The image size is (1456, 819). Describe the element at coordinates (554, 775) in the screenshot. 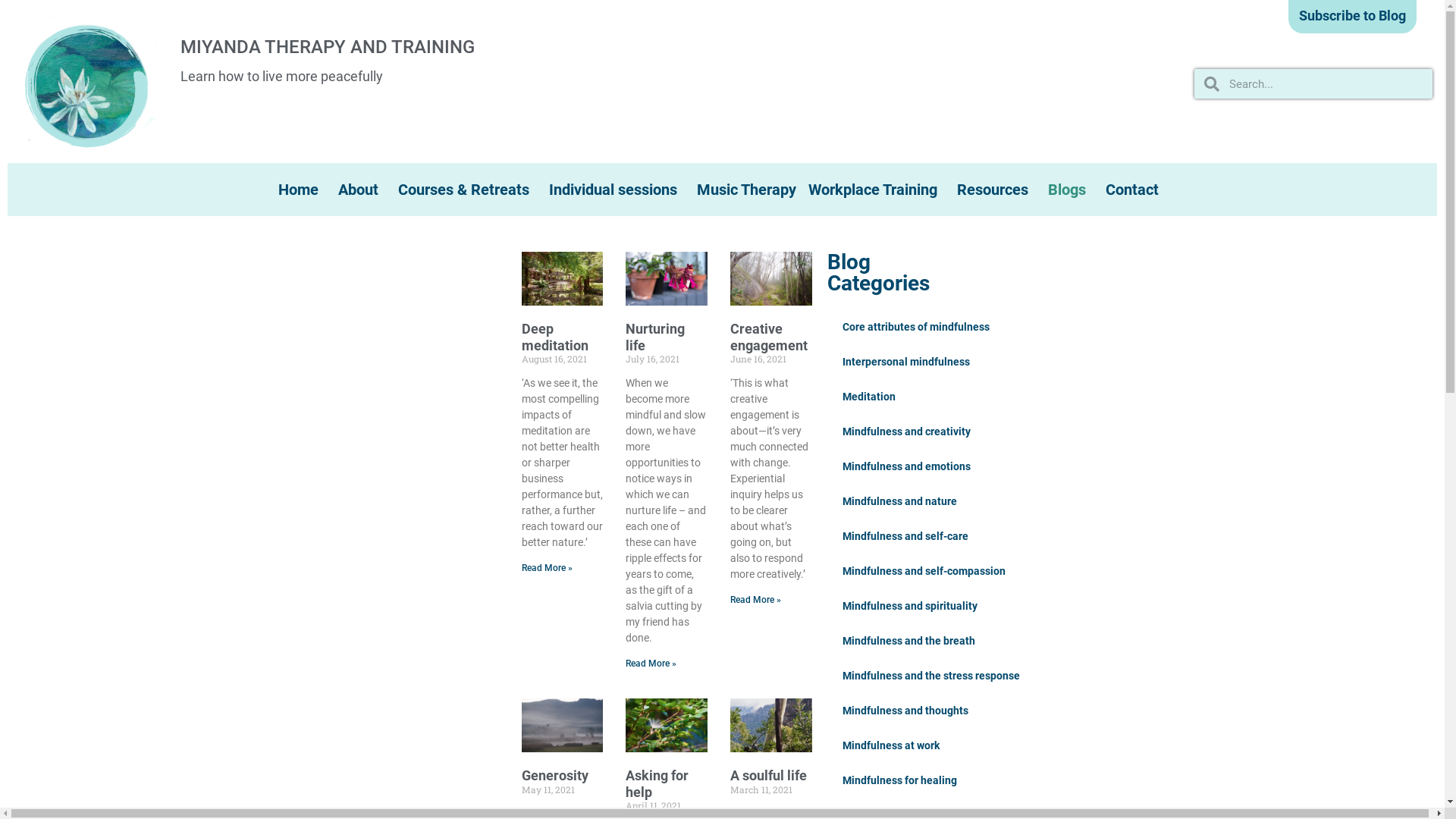

I see `'Generosity'` at that location.